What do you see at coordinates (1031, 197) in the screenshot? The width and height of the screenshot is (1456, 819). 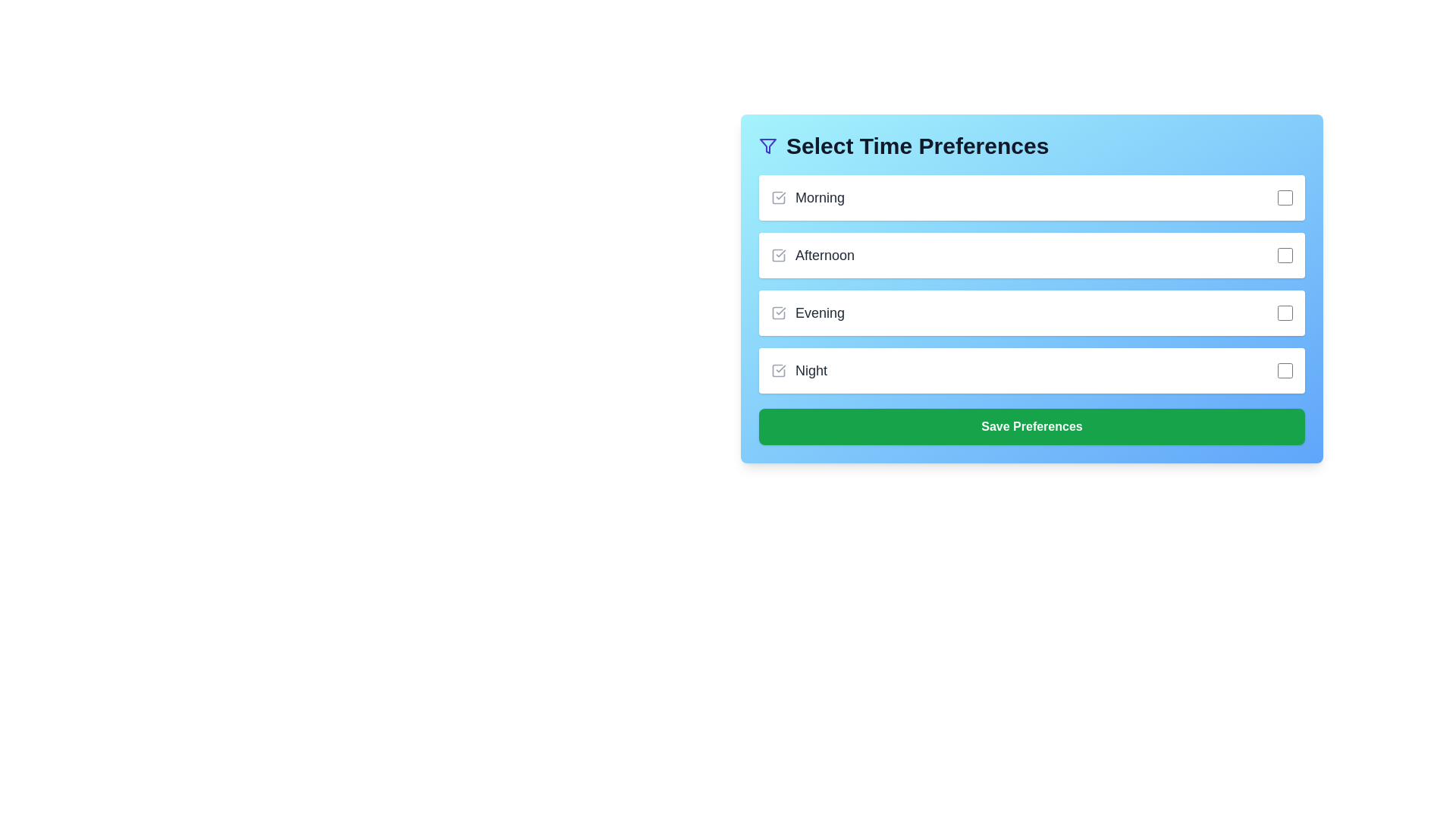 I see `the first list item labeled 'Morning' with a checkbox under the 'Select Time Preferences' title` at bounding box center [1031, 197].